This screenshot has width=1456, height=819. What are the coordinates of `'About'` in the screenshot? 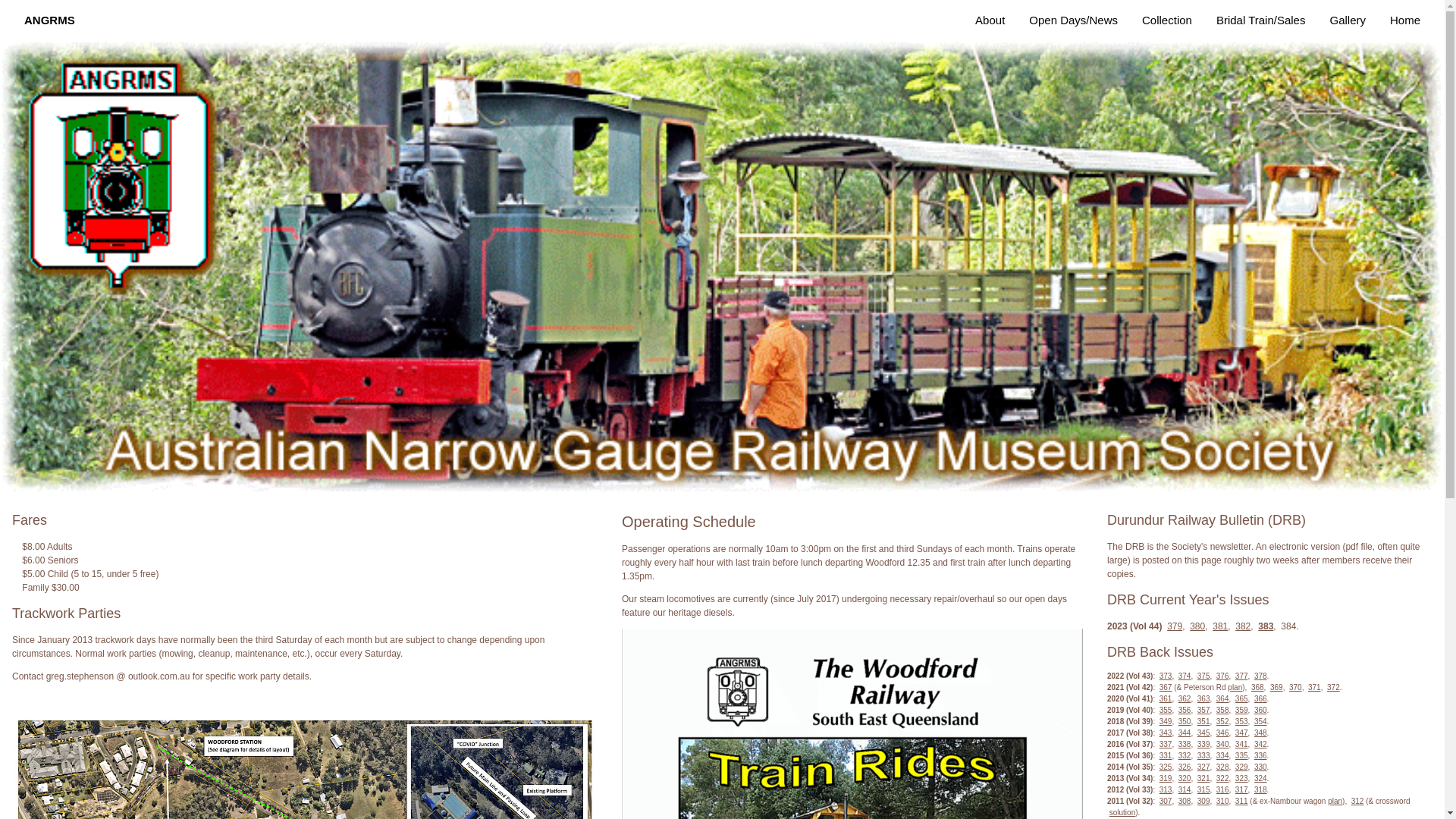 It's located at (990, 20).